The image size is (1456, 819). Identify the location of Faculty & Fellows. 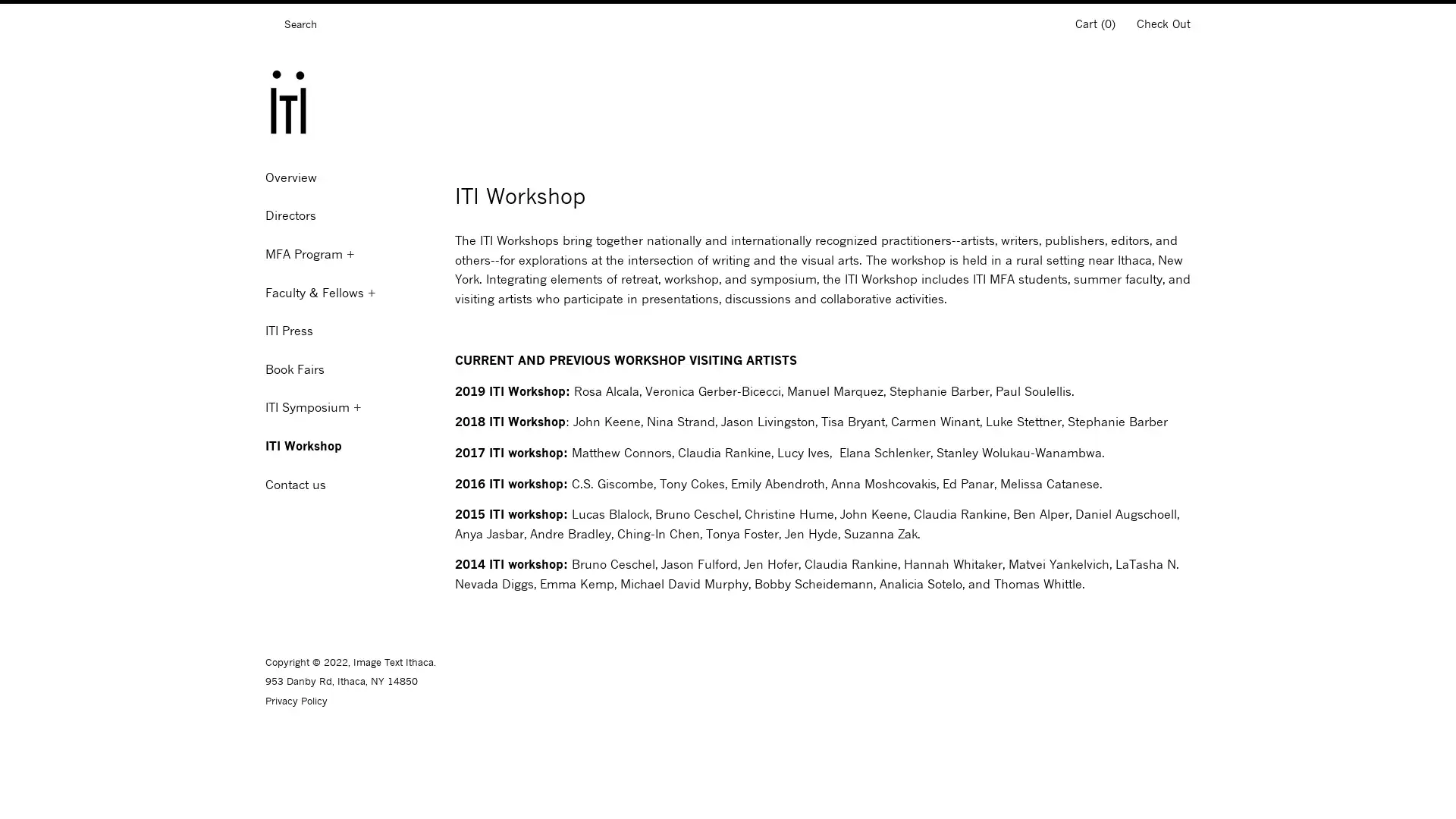
(348, 292).